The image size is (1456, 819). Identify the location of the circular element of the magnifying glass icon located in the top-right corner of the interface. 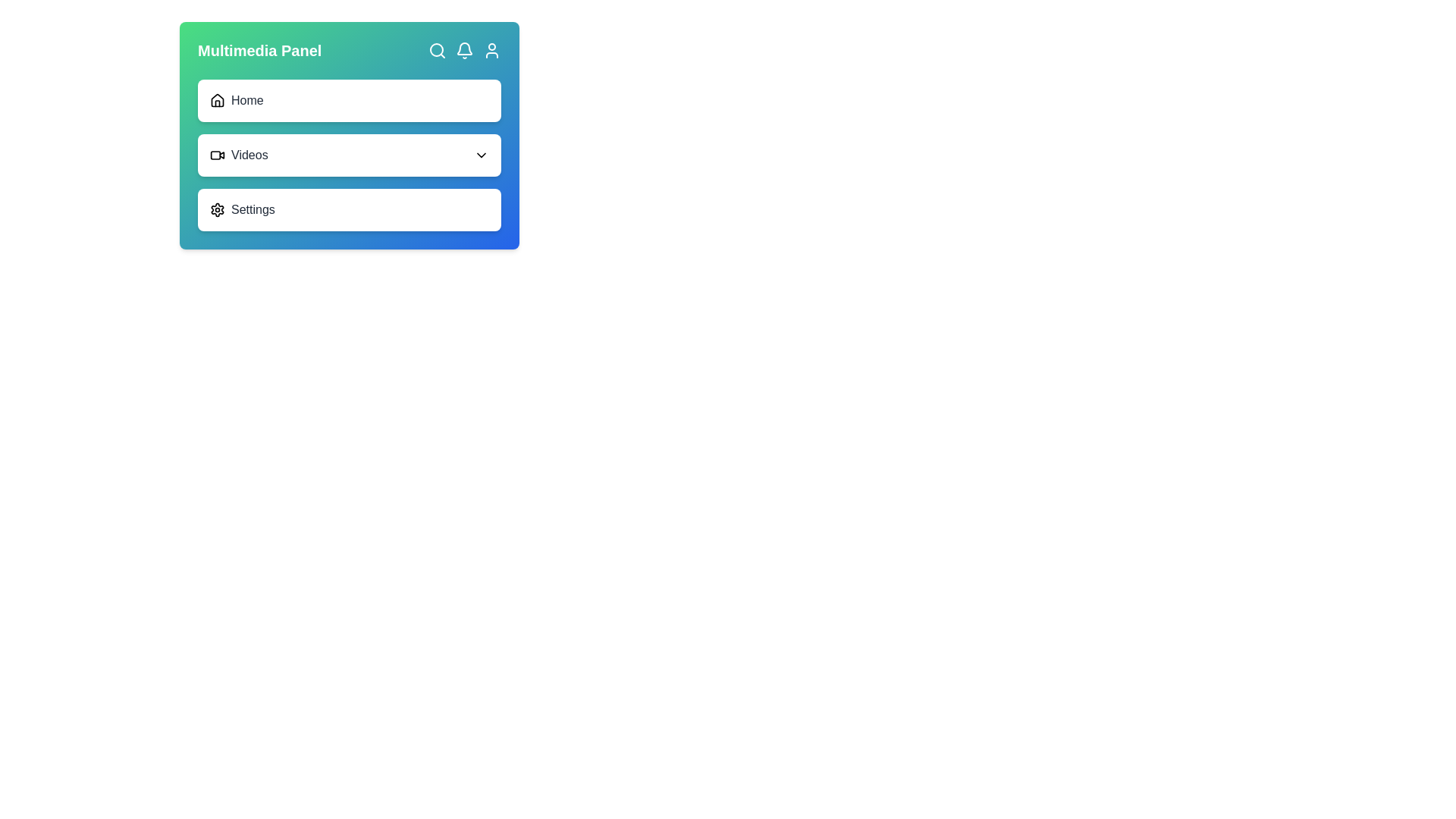
(436, 49).